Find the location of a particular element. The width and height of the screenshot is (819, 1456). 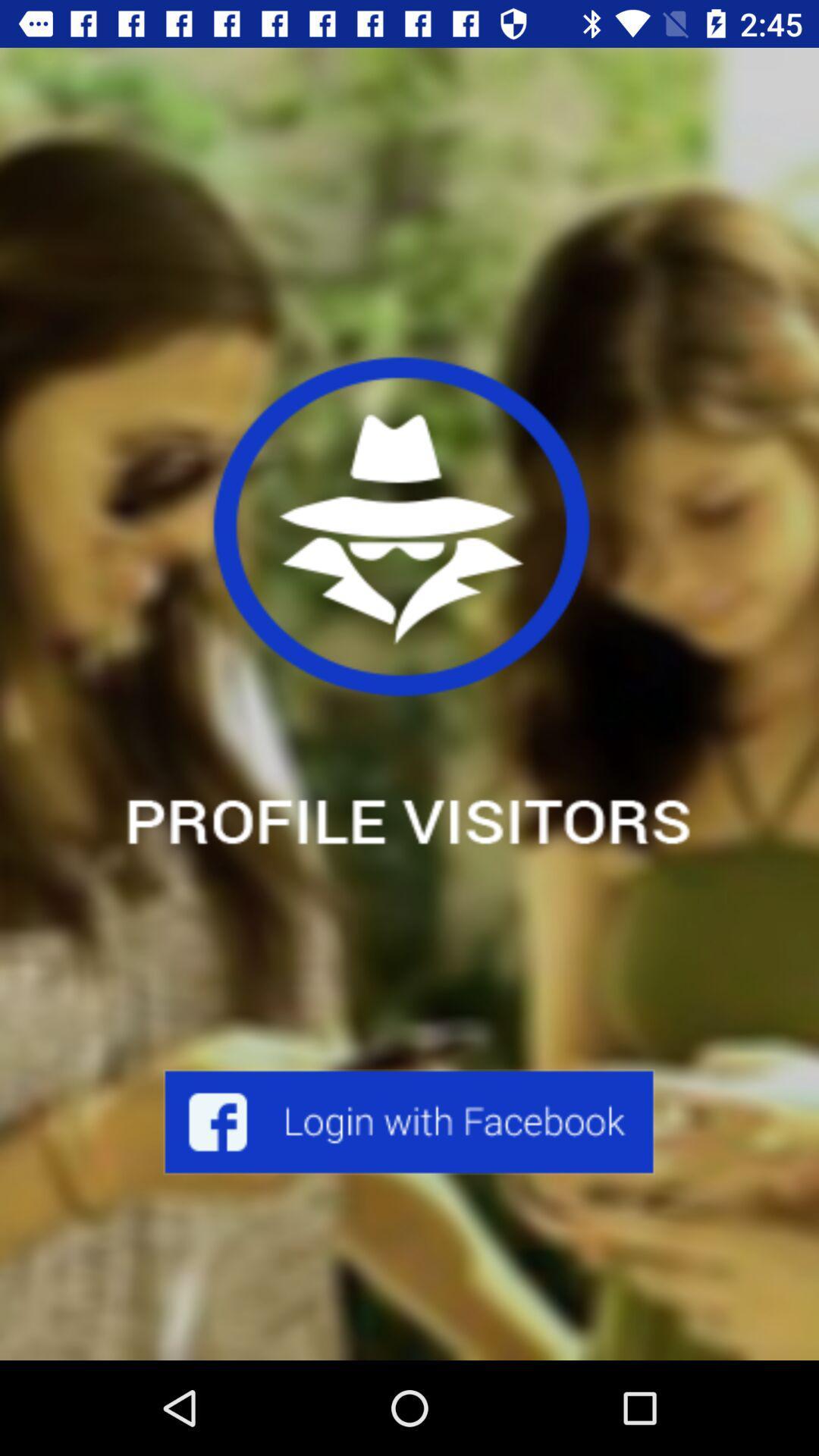

face book login enter option is located at coordinates (408, 1122).